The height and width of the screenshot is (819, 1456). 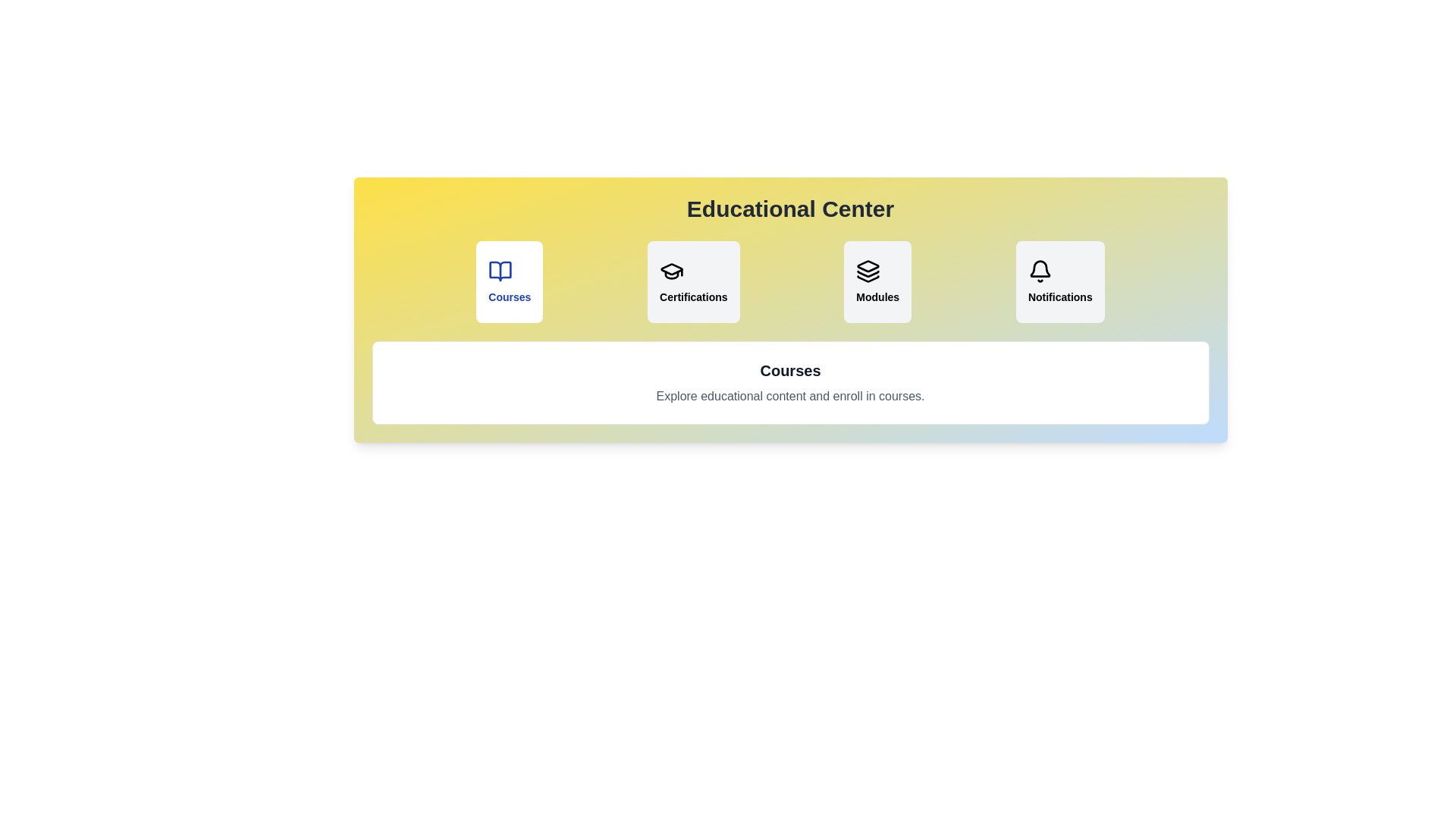 I want to click on the tab labeled 'Modules' to observe the hover effect, so click(x=877, y=281).